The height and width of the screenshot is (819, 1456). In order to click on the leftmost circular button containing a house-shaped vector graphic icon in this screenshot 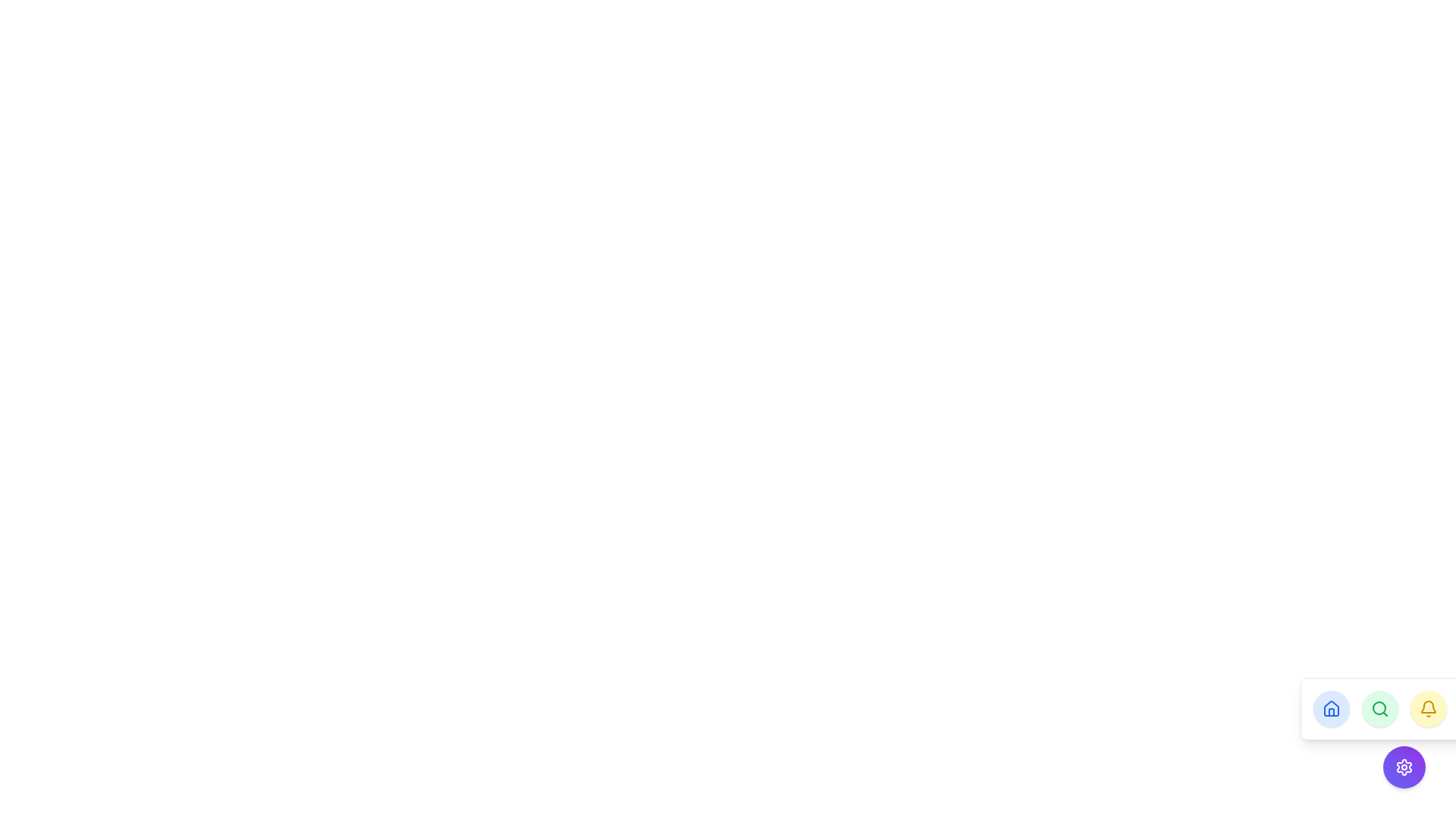, I will do `click(1331, 708)`.